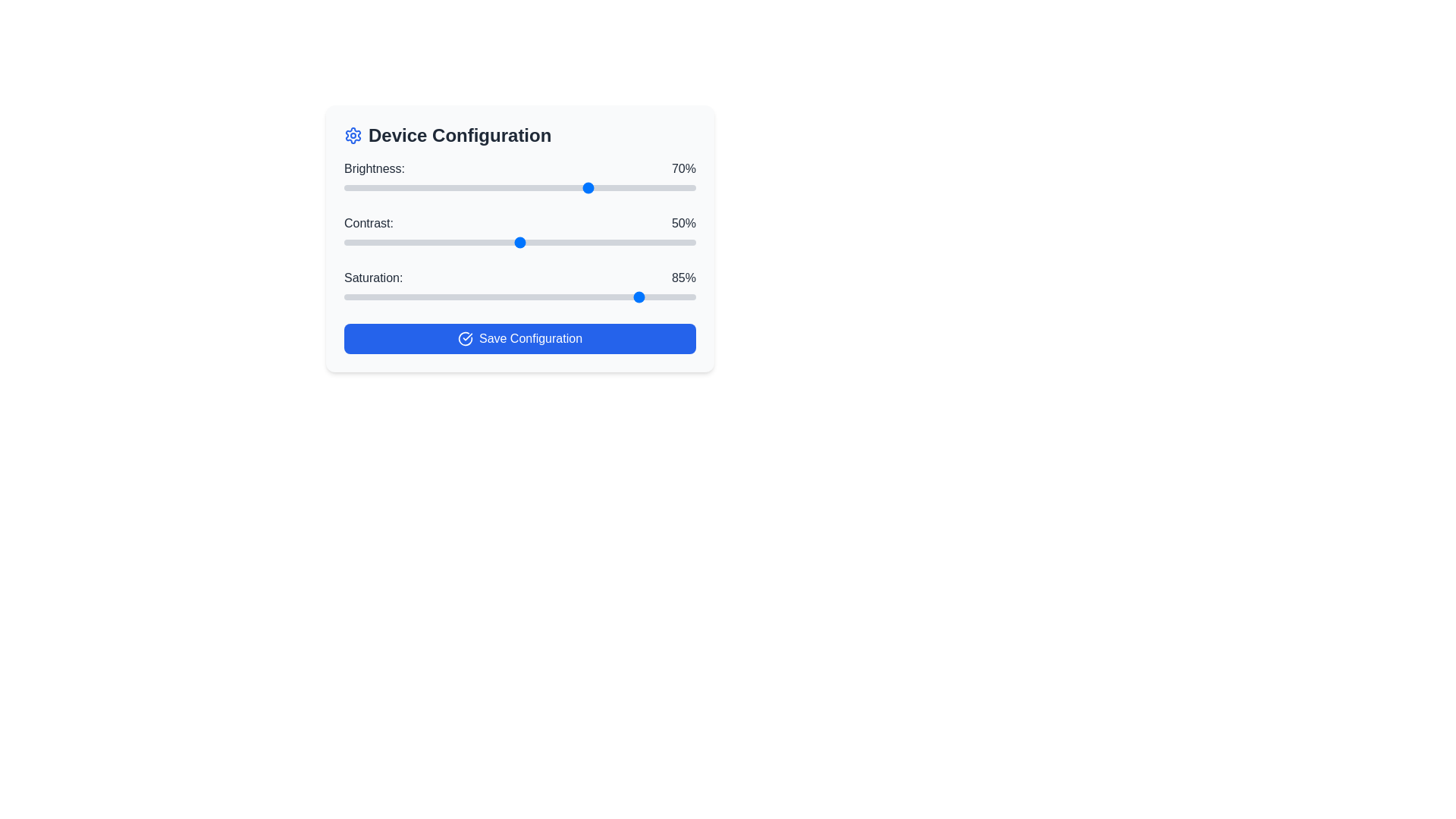 The width and height of the screenshot is (1456, 819). What do you see at coordinates (674, 297) in the screenshot?
I see `saturation` at bounding box center [674, 297].